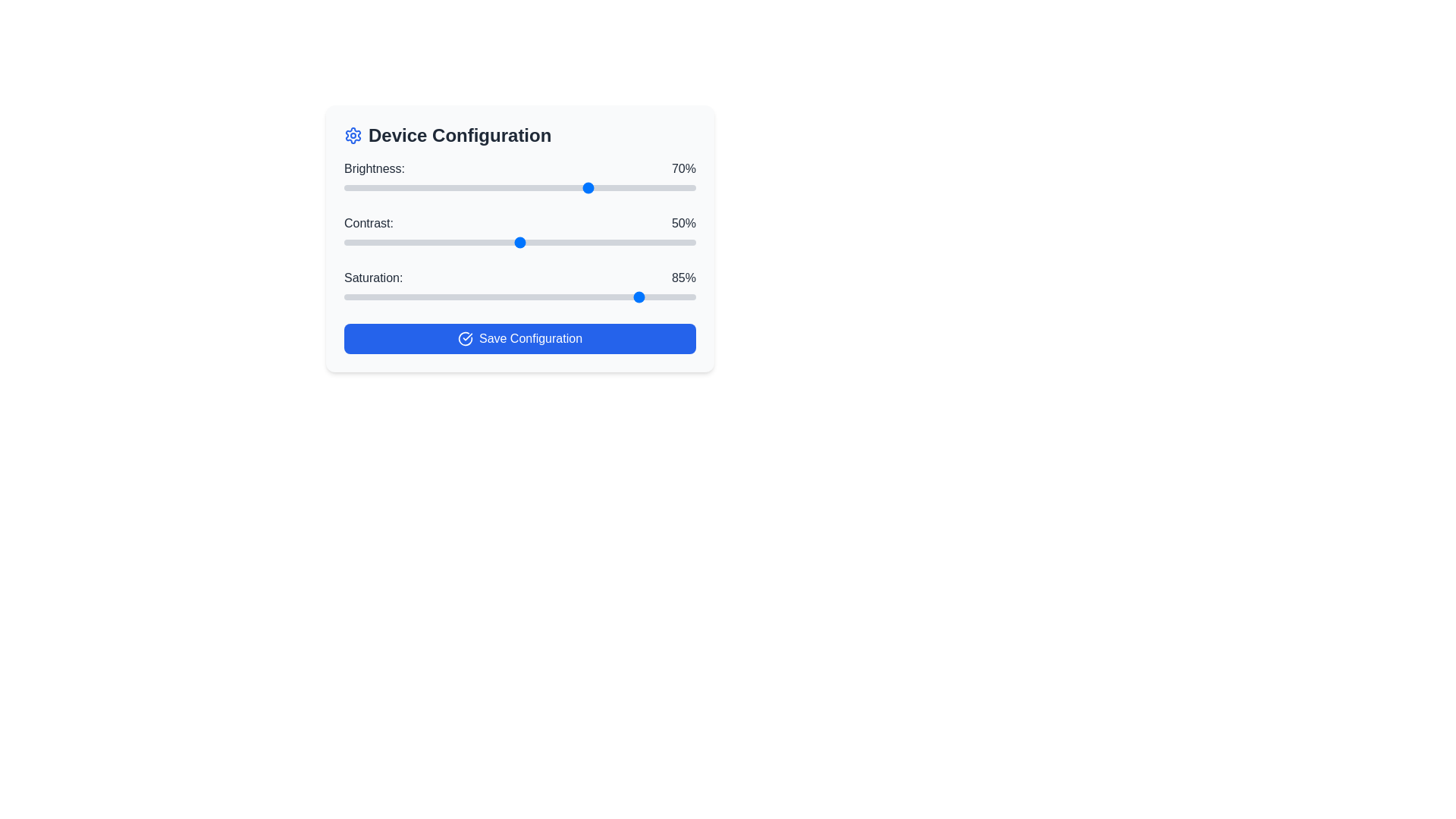 The width and height of the screenshot is (1456, 819). What do you see at coordinates (674, 297) in the screenshot?
I see `saturation` at bounding box center [674, 297].